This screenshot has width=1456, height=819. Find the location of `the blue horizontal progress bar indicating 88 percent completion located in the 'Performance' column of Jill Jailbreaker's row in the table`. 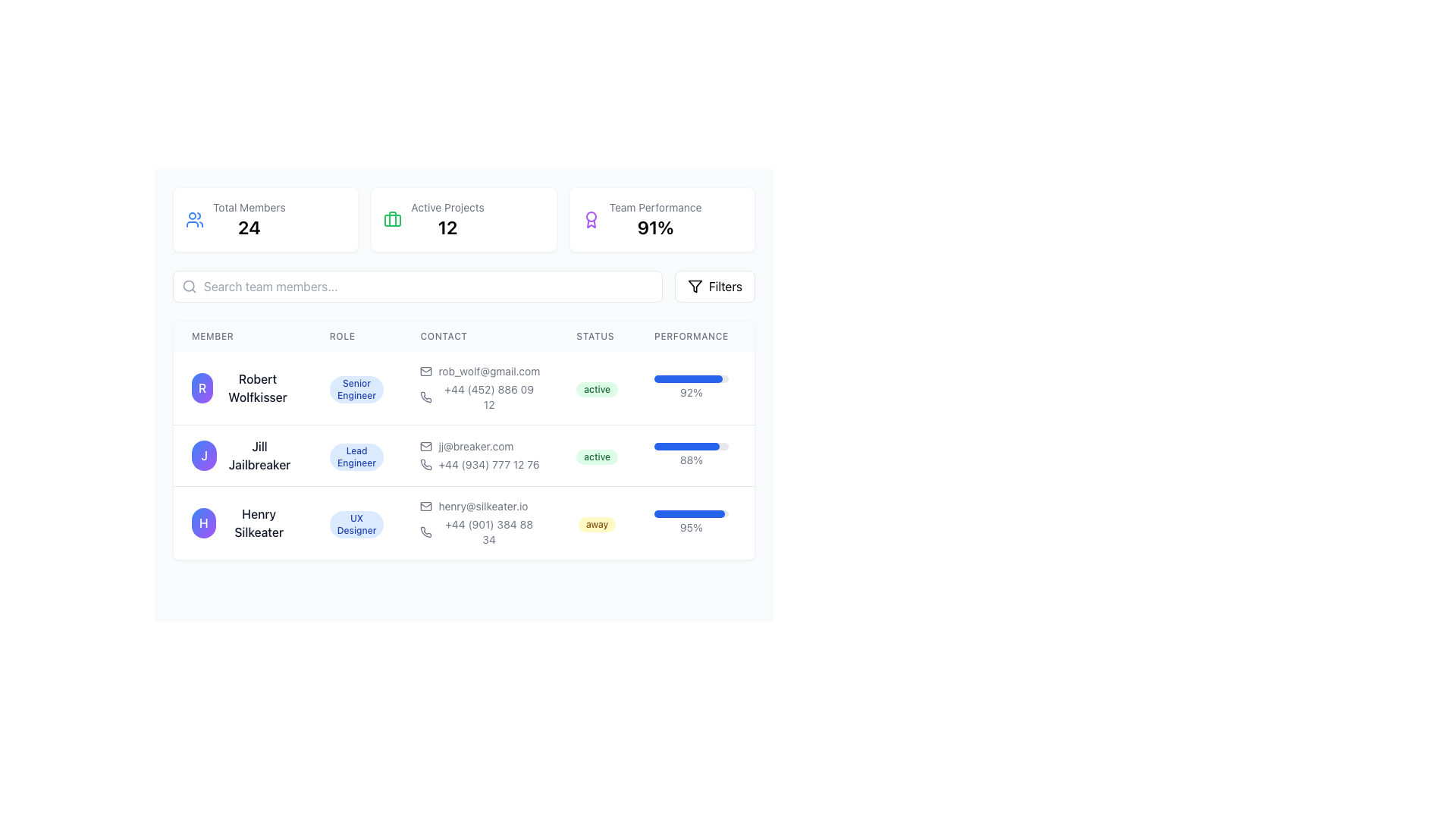

the blue horizontal progress bar indicating 88 percent completion located in the 'Performance' column of Jill Jailbreaker's row in the table is located at coordinates (686, 446).